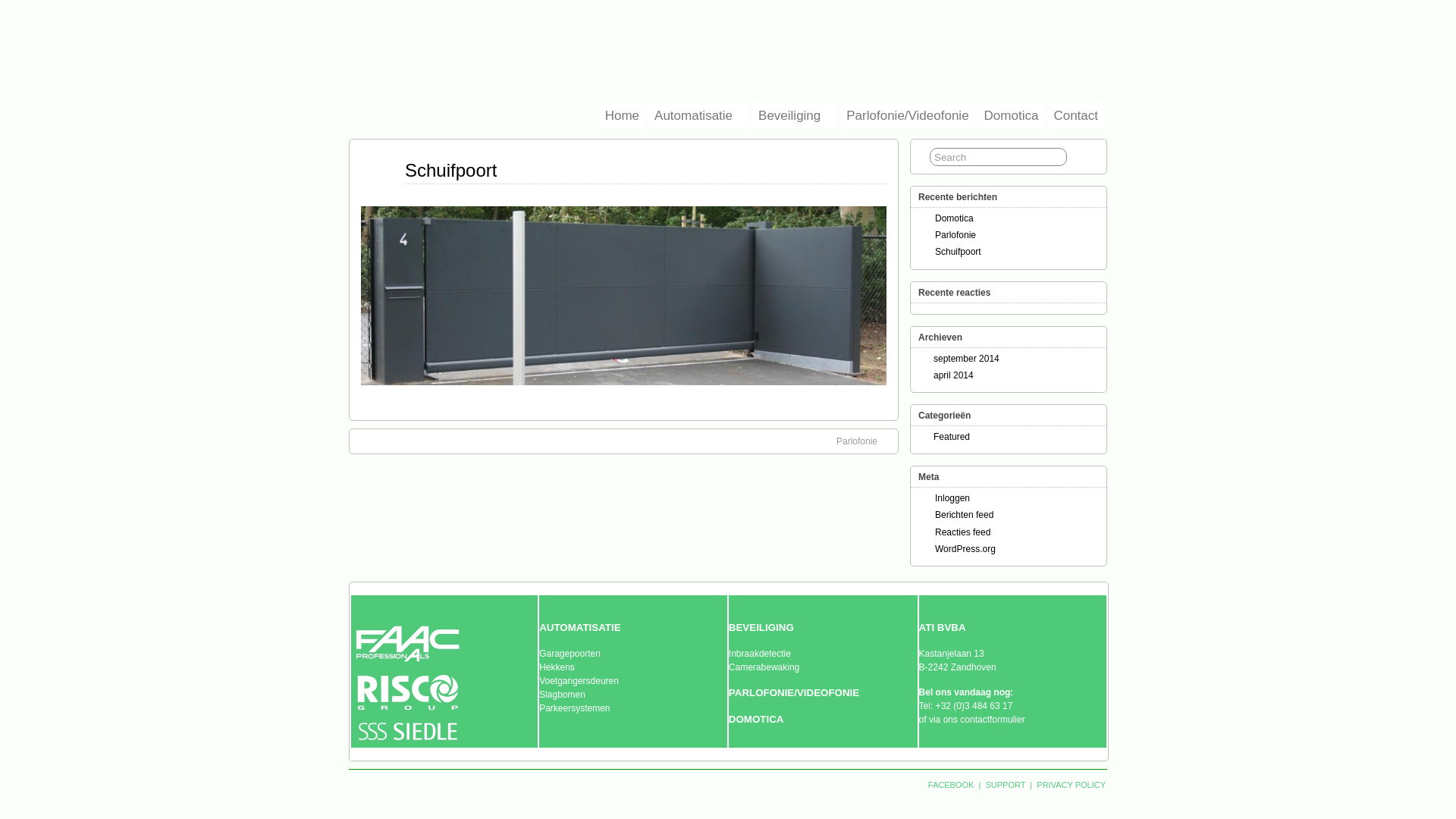  I want to click on 'AUTOMATISATIE', so click(579, 628).